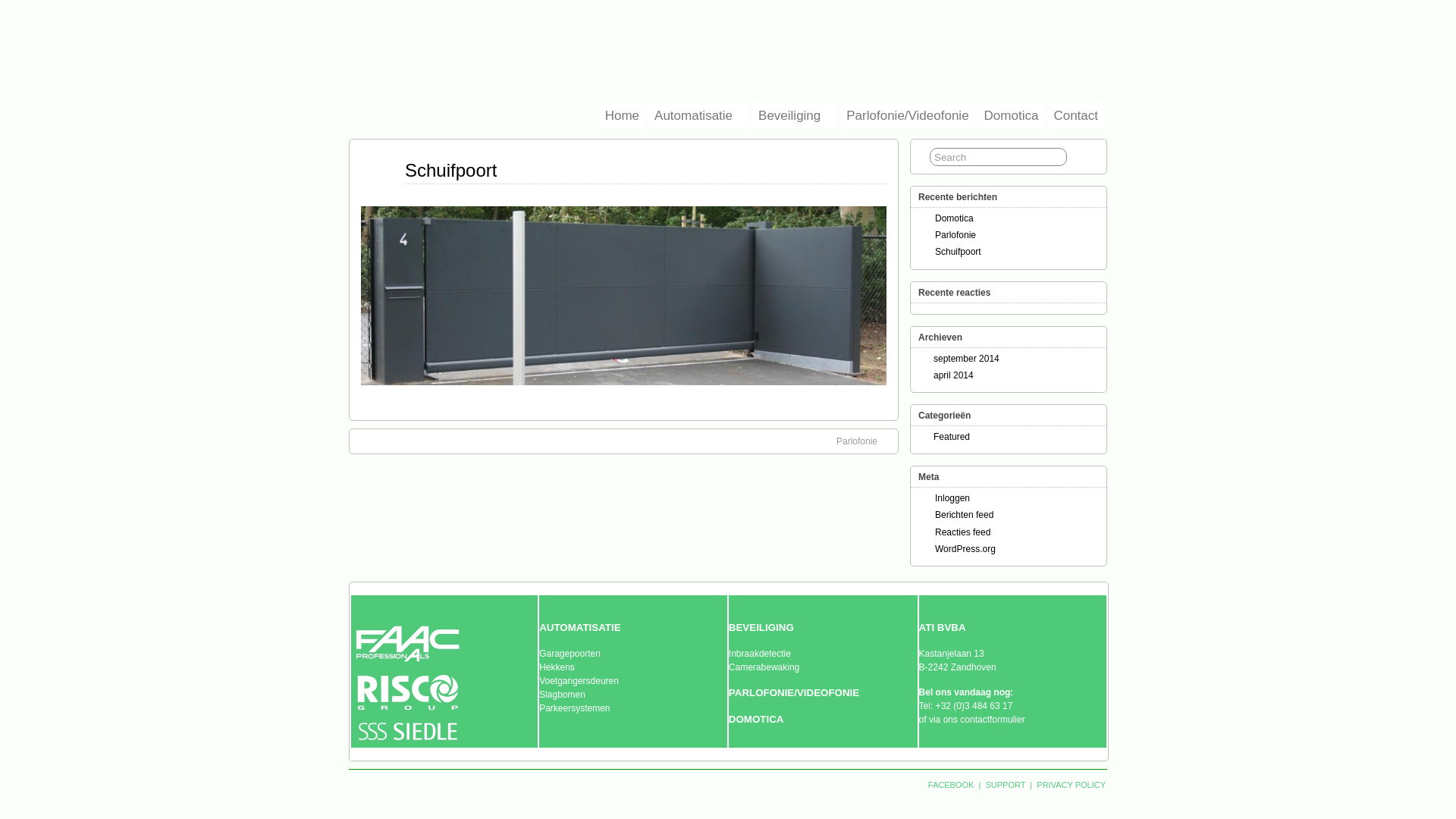  I want to click on 'AUTOMATISATIE', so click(579, 628).